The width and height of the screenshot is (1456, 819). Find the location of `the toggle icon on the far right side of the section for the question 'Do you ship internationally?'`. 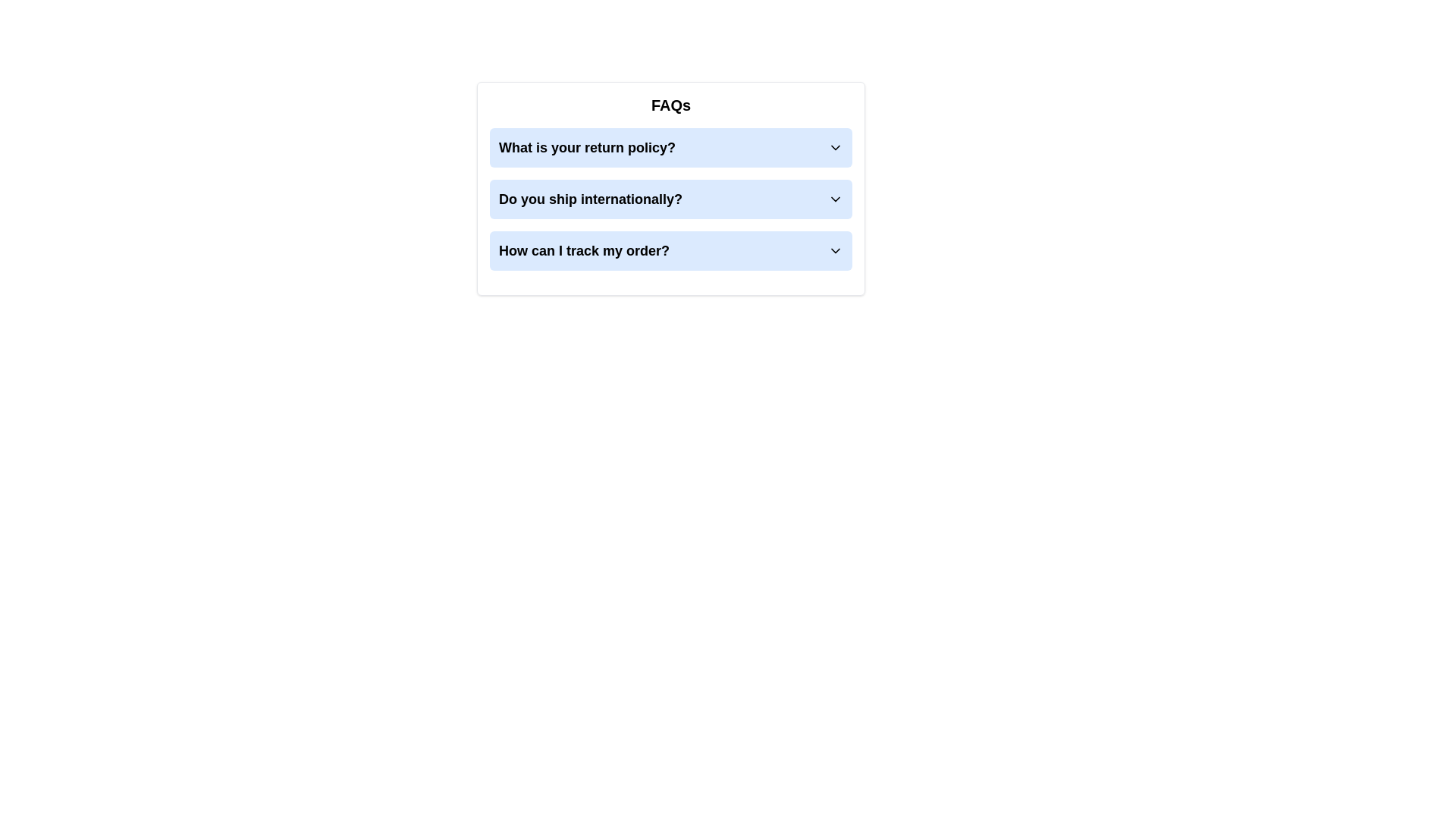

the toggle icon on the far right side of the section for the question 'Do you ship internationally?' is located at coordinates (835, 198).